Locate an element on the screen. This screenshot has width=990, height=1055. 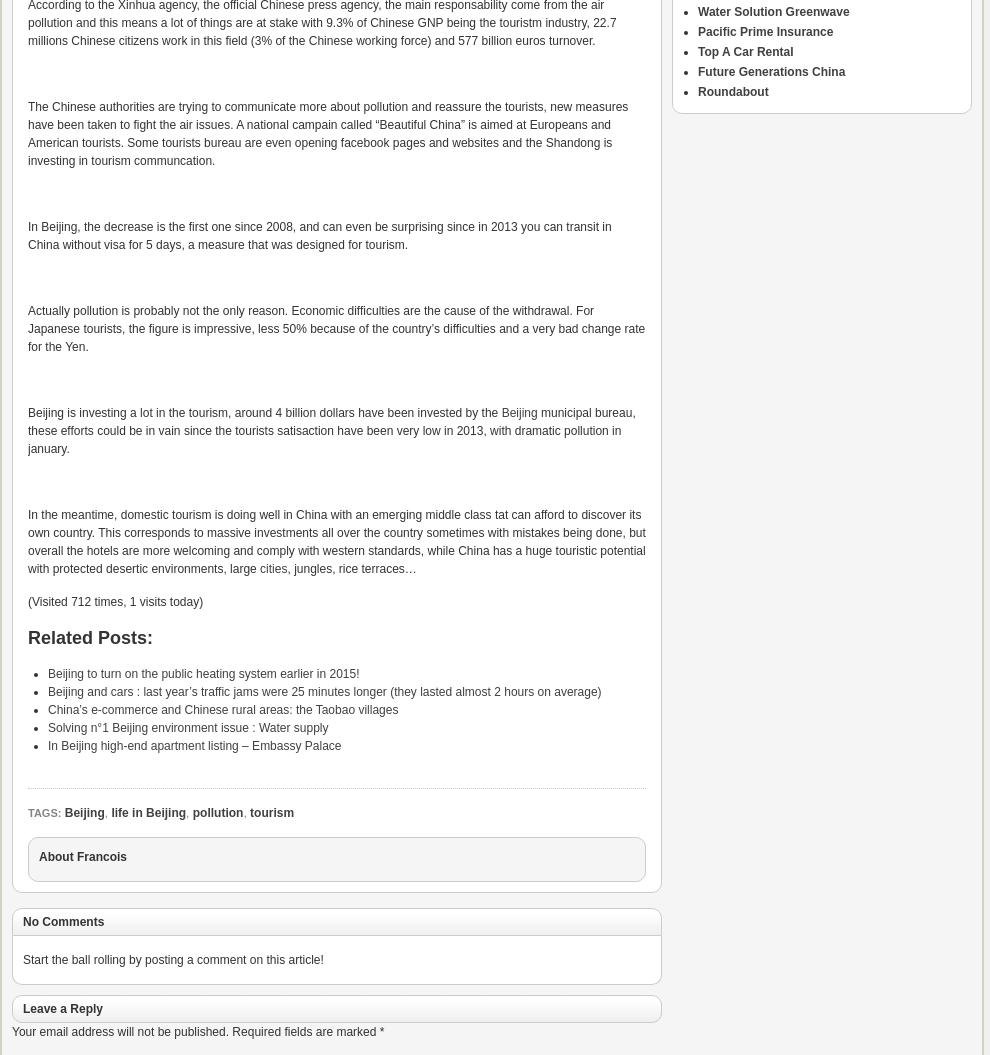
'Leave a Reply' is located at coordinates (62, 1008).